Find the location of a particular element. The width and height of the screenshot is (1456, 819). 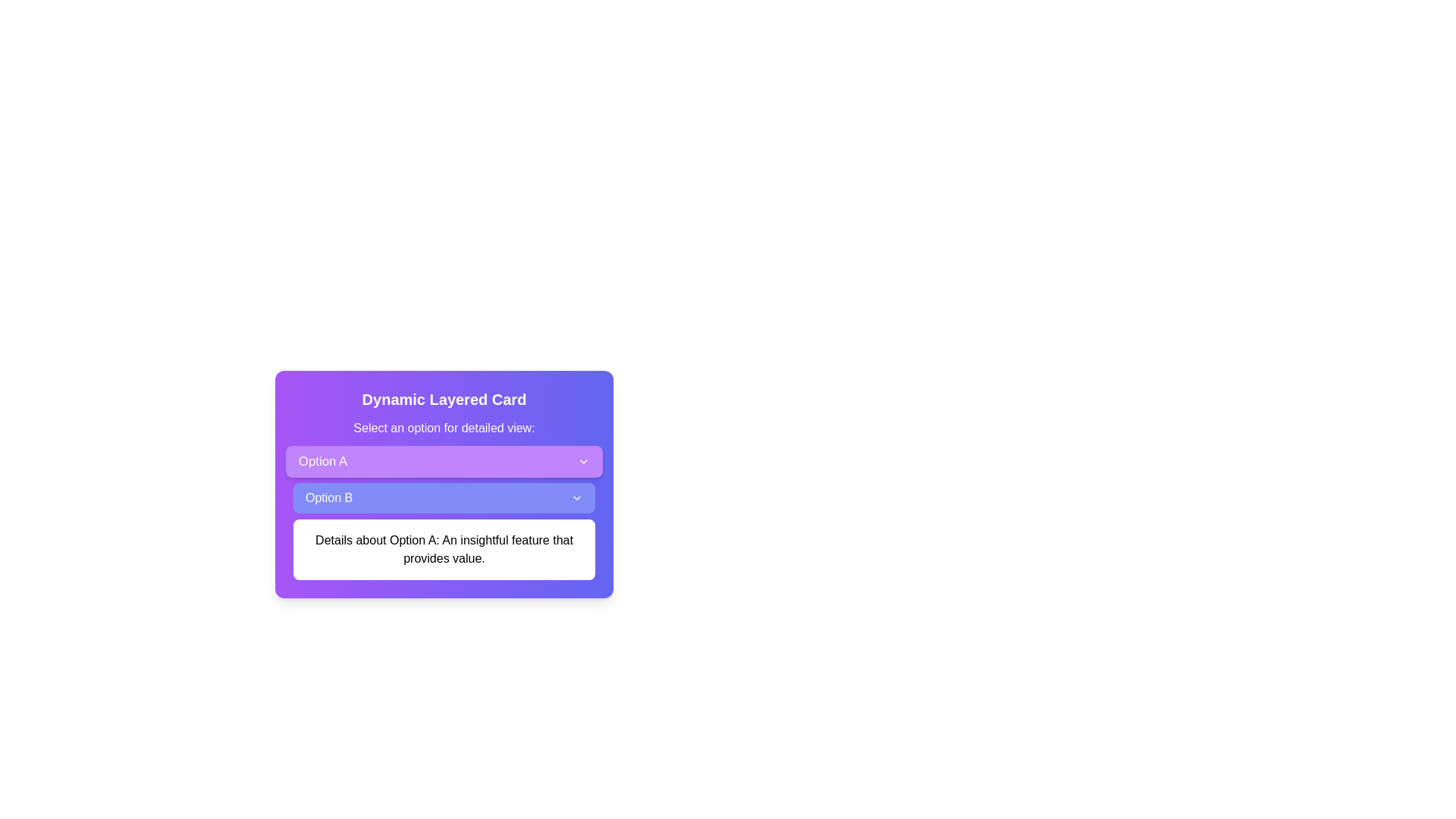

the informational text box that contains the text 'Details about Option A: An insightful feature that provides value.' is located at coordinates (443, 550).